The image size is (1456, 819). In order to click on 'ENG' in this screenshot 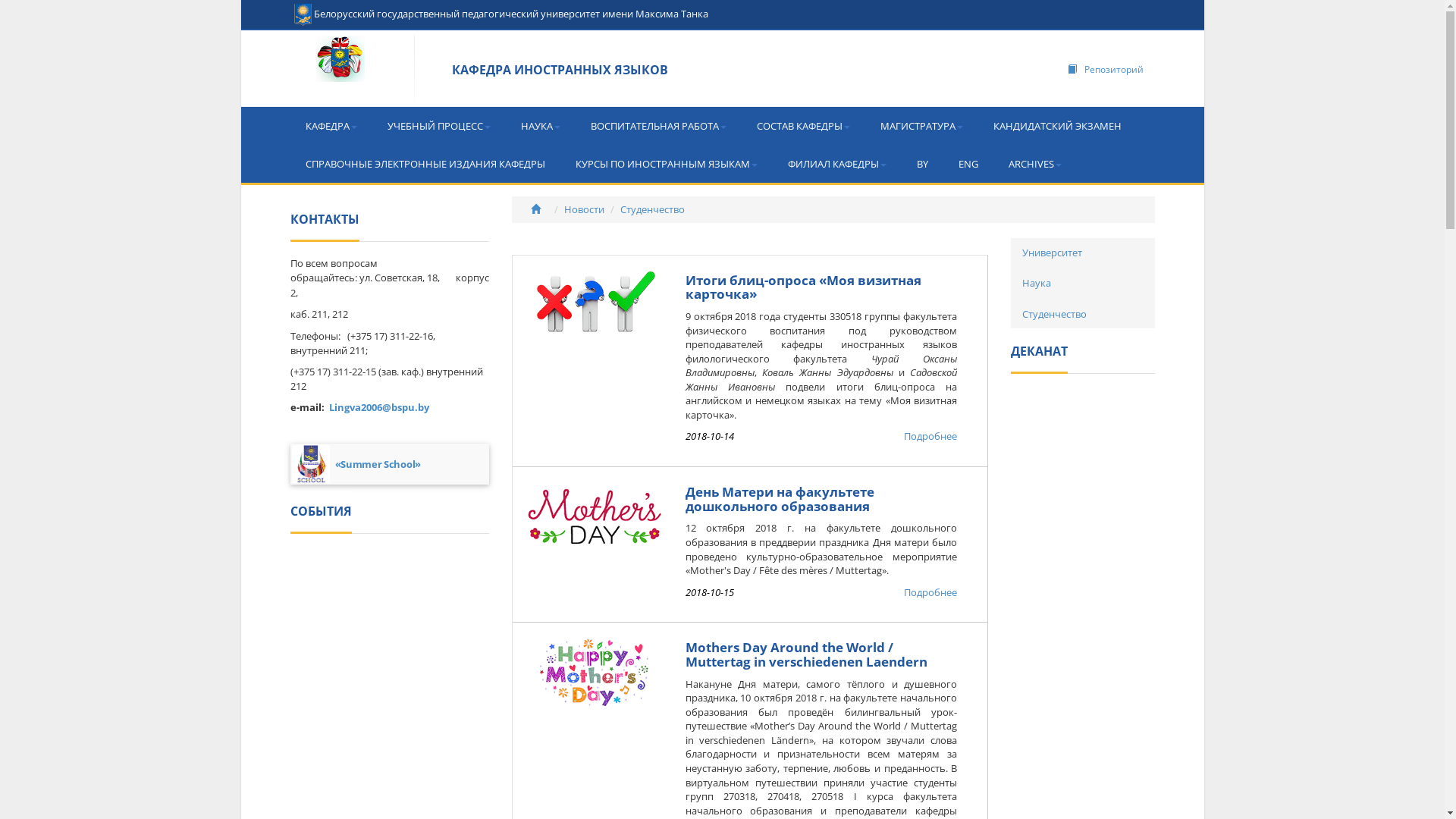, I will do `click(942, 164)`.